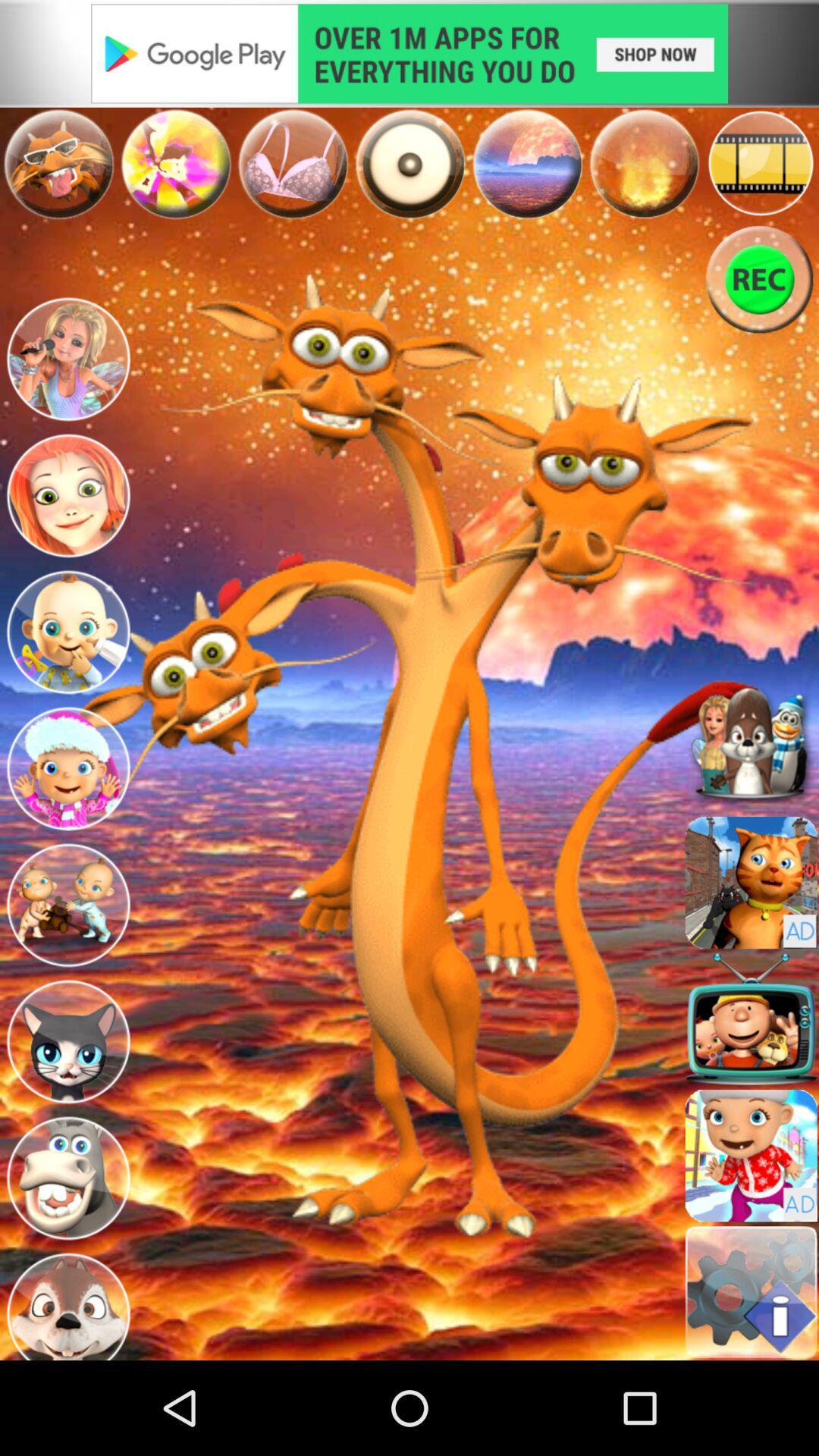 The height and width of the screenshot is (1456, 819). What do you see at coordinates (67, 360) in the screenshot?
I see `change playable character` at bounding box center [67, 360].